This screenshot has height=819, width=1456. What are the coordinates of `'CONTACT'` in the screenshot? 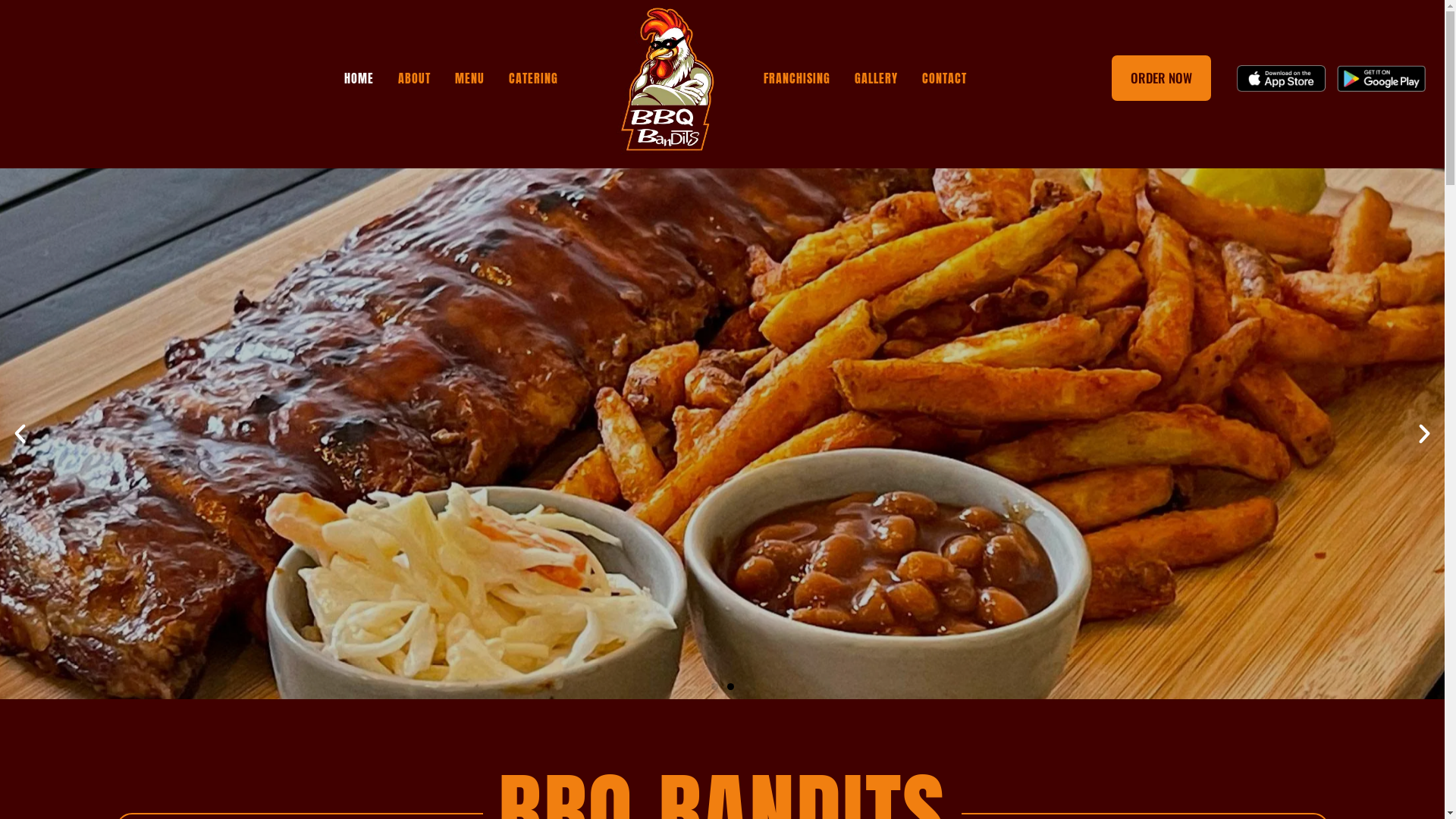 It's located at (910, 78).